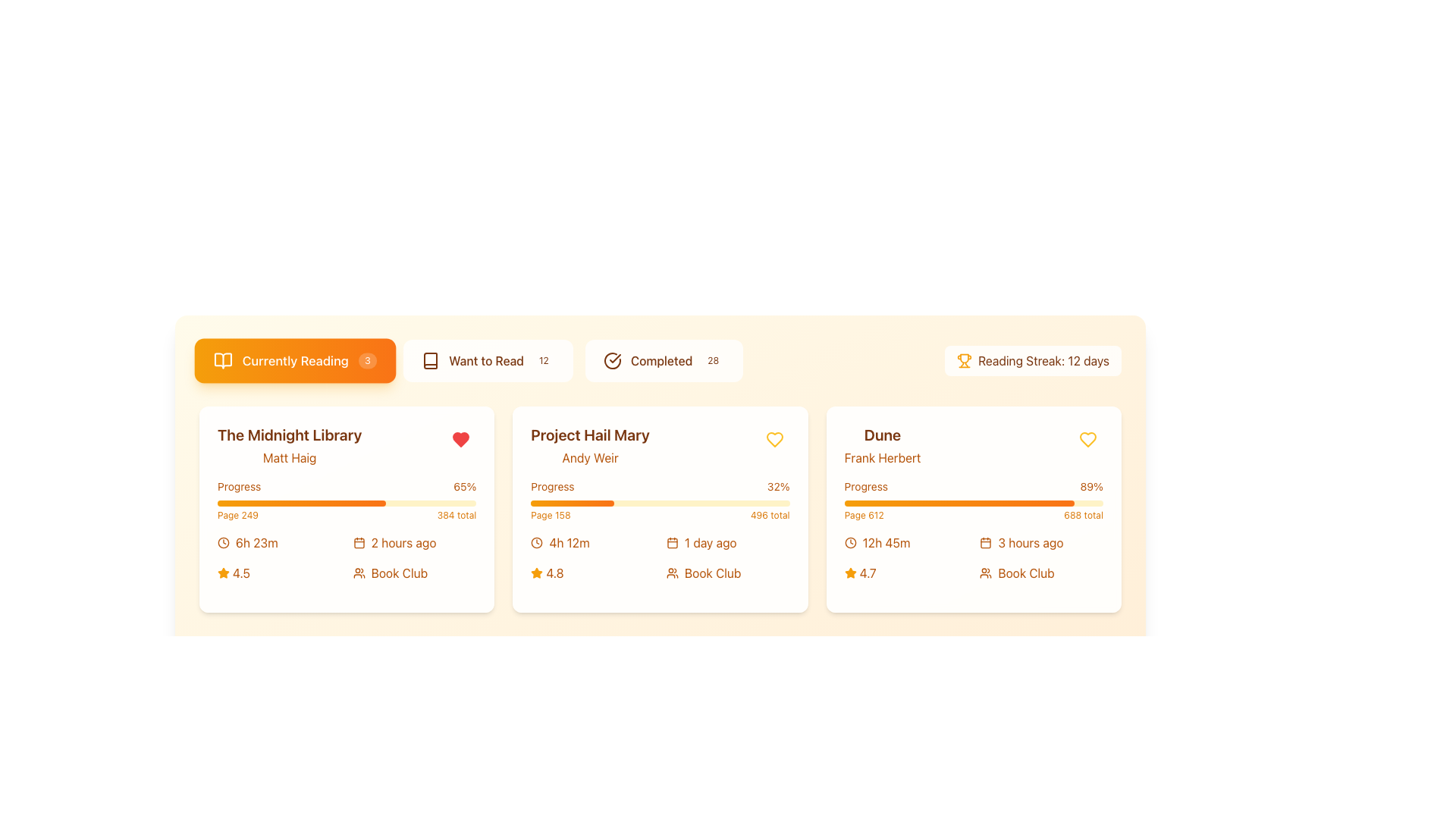 The image size is (1456, 819). What do you see at coordinates (295, 360) in the screenshot?
I see `the button labeled 'Currently Reading' which features an open book icon and a badge displaying the number '3'` at bounding box center [295, 360].